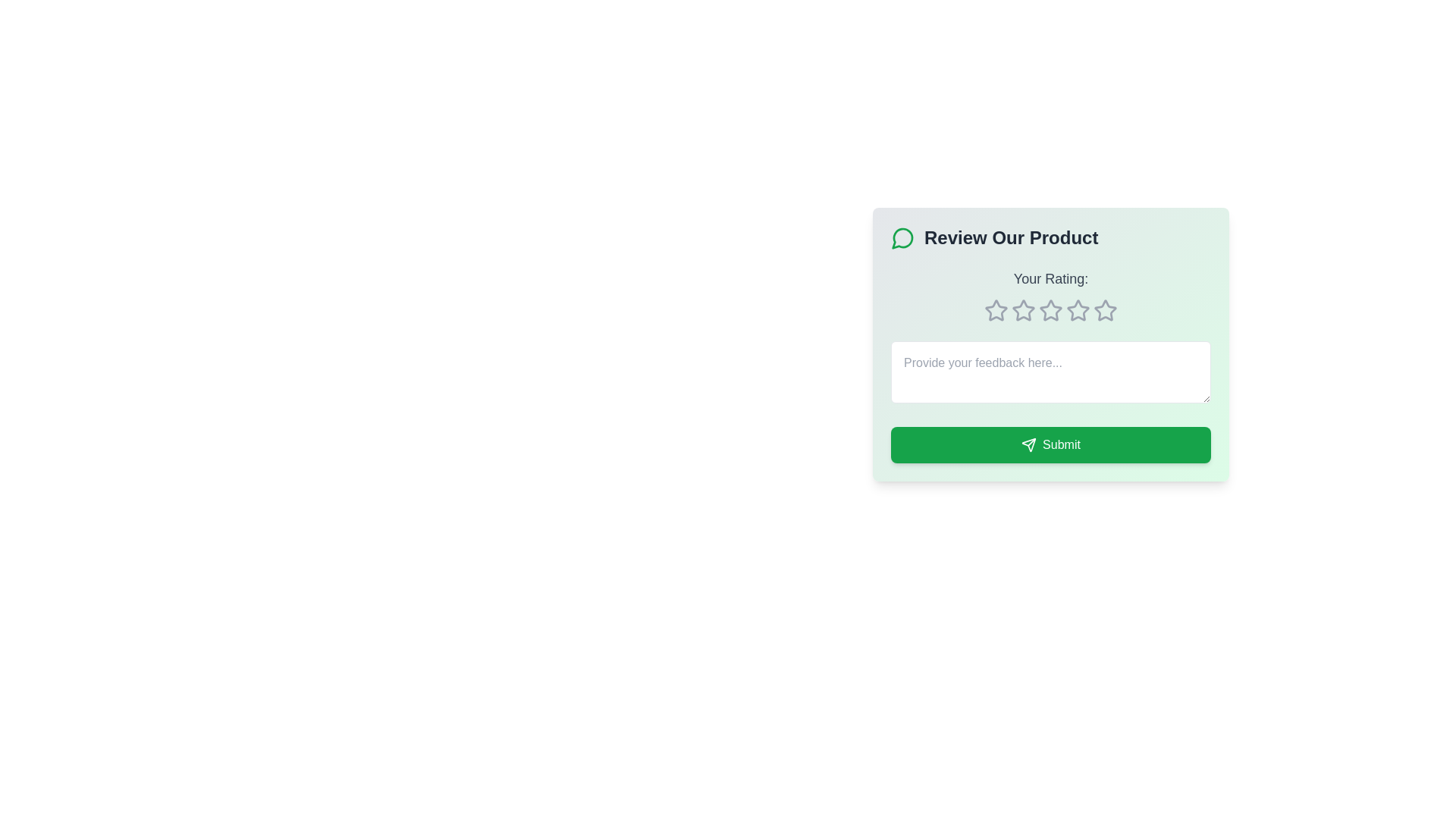 The image size is (1456, 819). What do you see at coordinates (1050, 309) in the screenshot?
I see `the fourth star` at bounding box center [1050, 309].